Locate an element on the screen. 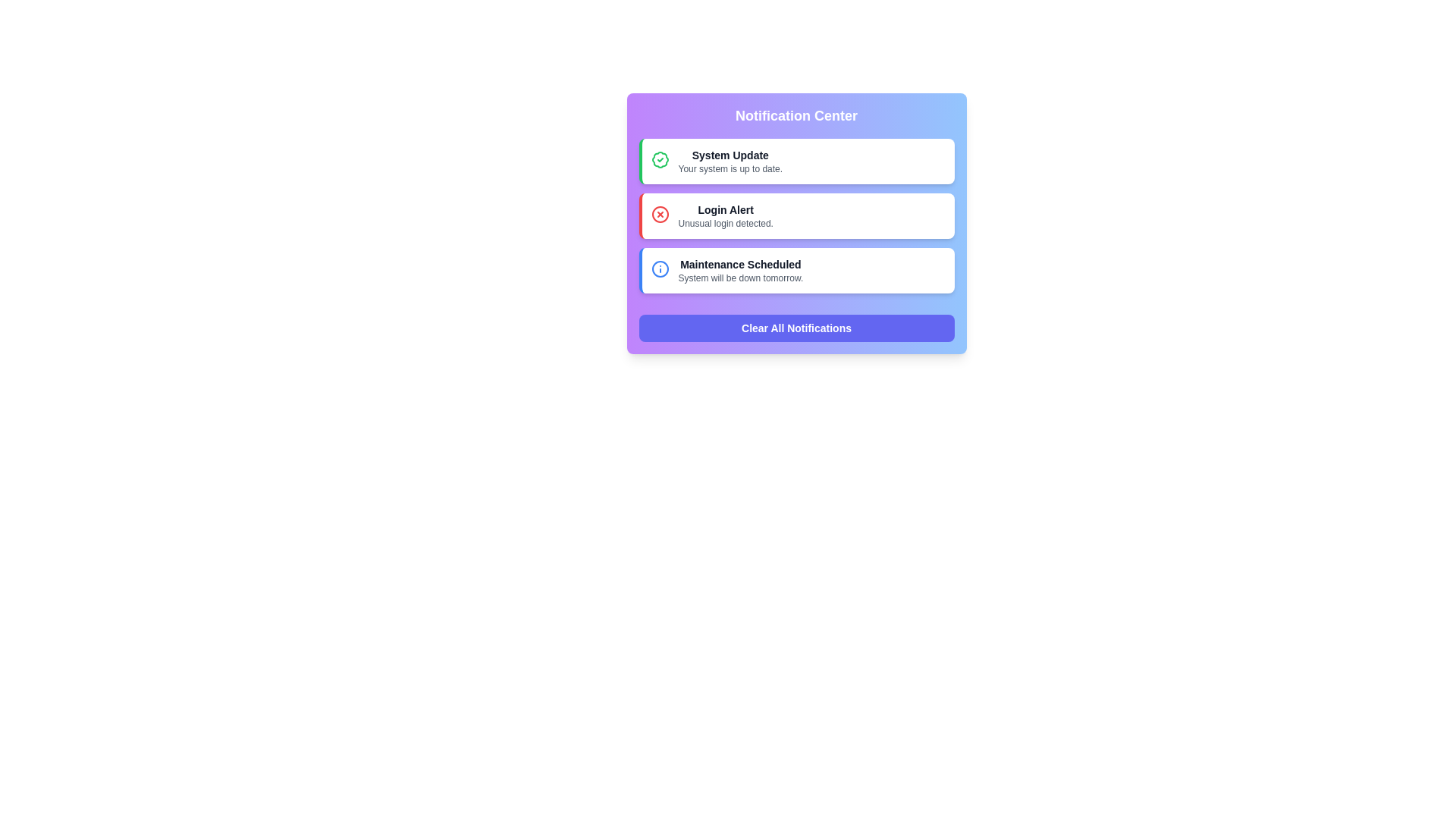 This screenshot has height=819, width=1456. text of the primary title in the second notification panel, located to the right of the red circular icon and above the descriptive text 'Unusual login detected.' is located at coordinates (725, 210).